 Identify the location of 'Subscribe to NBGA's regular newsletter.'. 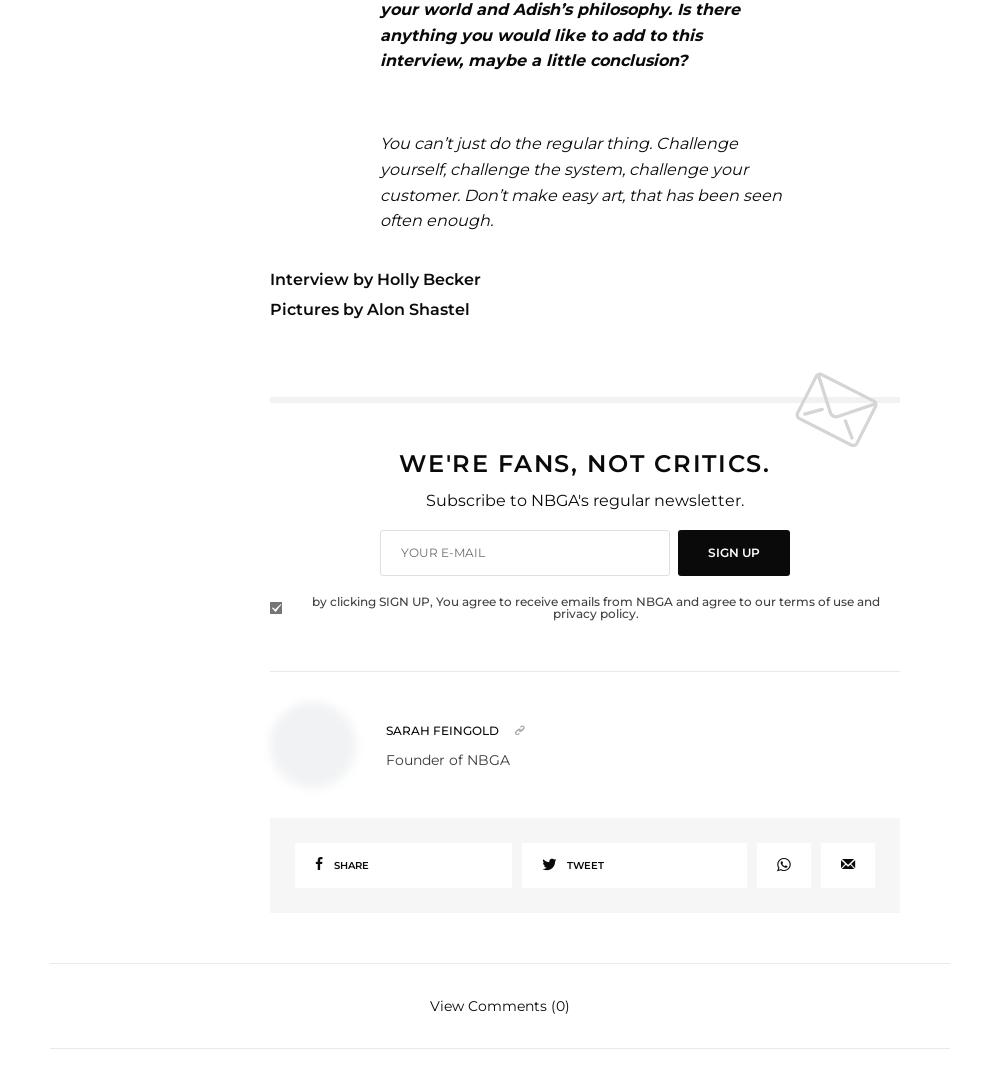
(583, 500).